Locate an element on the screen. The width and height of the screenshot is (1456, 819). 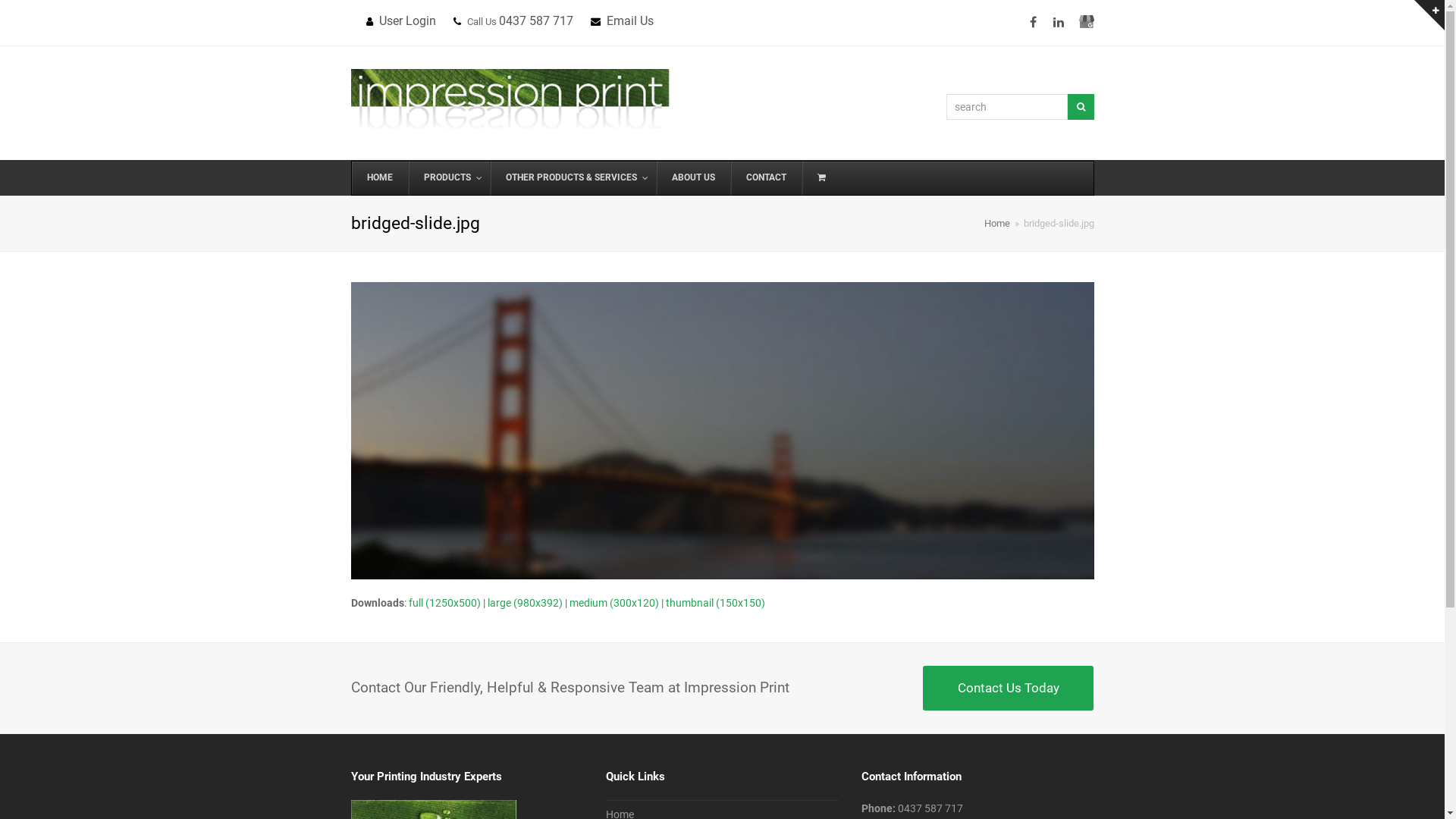
'OTHER PRODUCTS & SERVICES' is located at coordinates (572, 177).